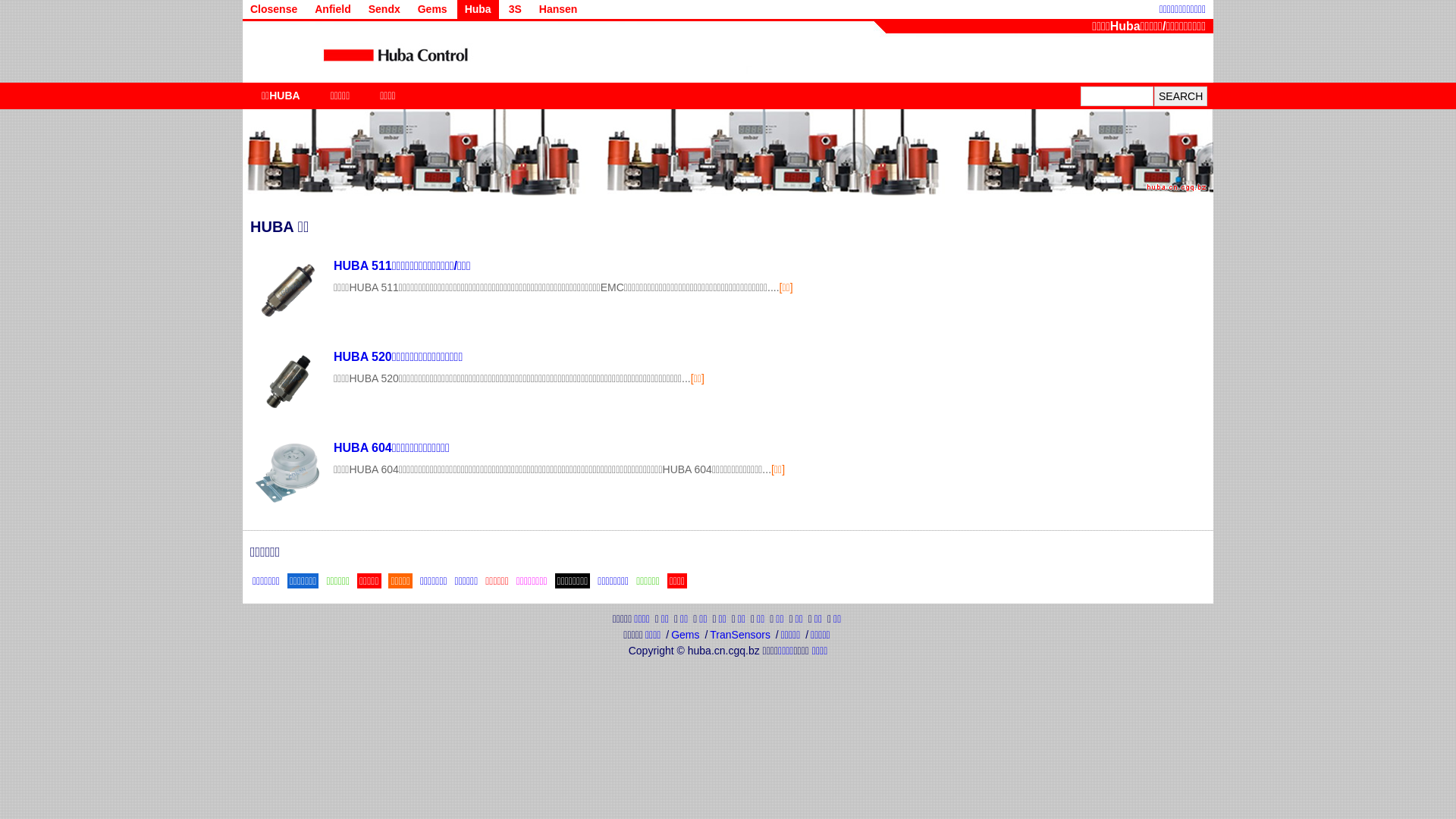 This screenshot has width=1456, height=819. Describe the element at coordinates (431, 9) in the screenshot. I see `'Gems'` at that location.